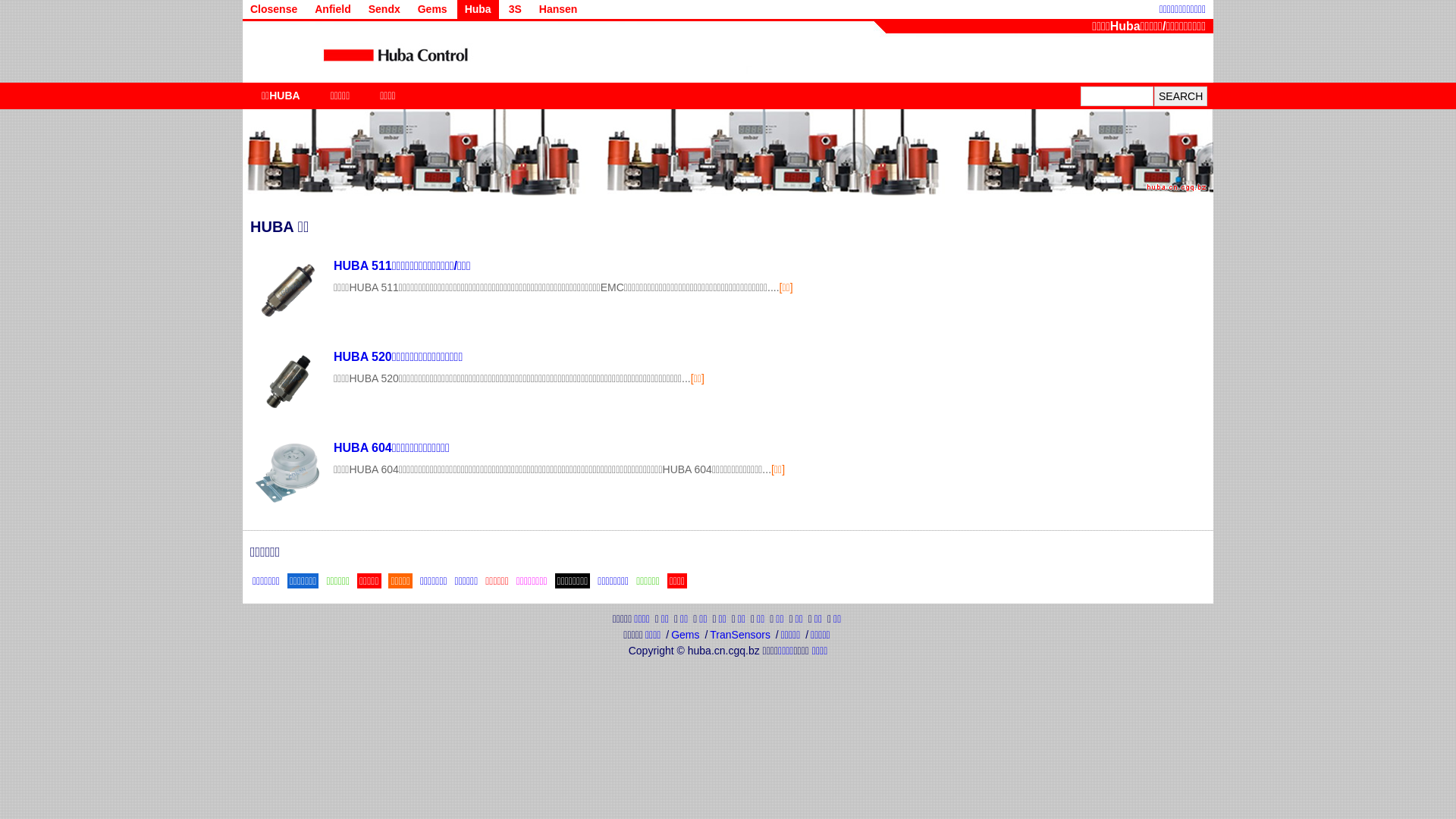 This screenshot has width=1456, height=819. Describe the element at coordinates (431, 9) in the screenshot. I see `'Gems'` at that location.